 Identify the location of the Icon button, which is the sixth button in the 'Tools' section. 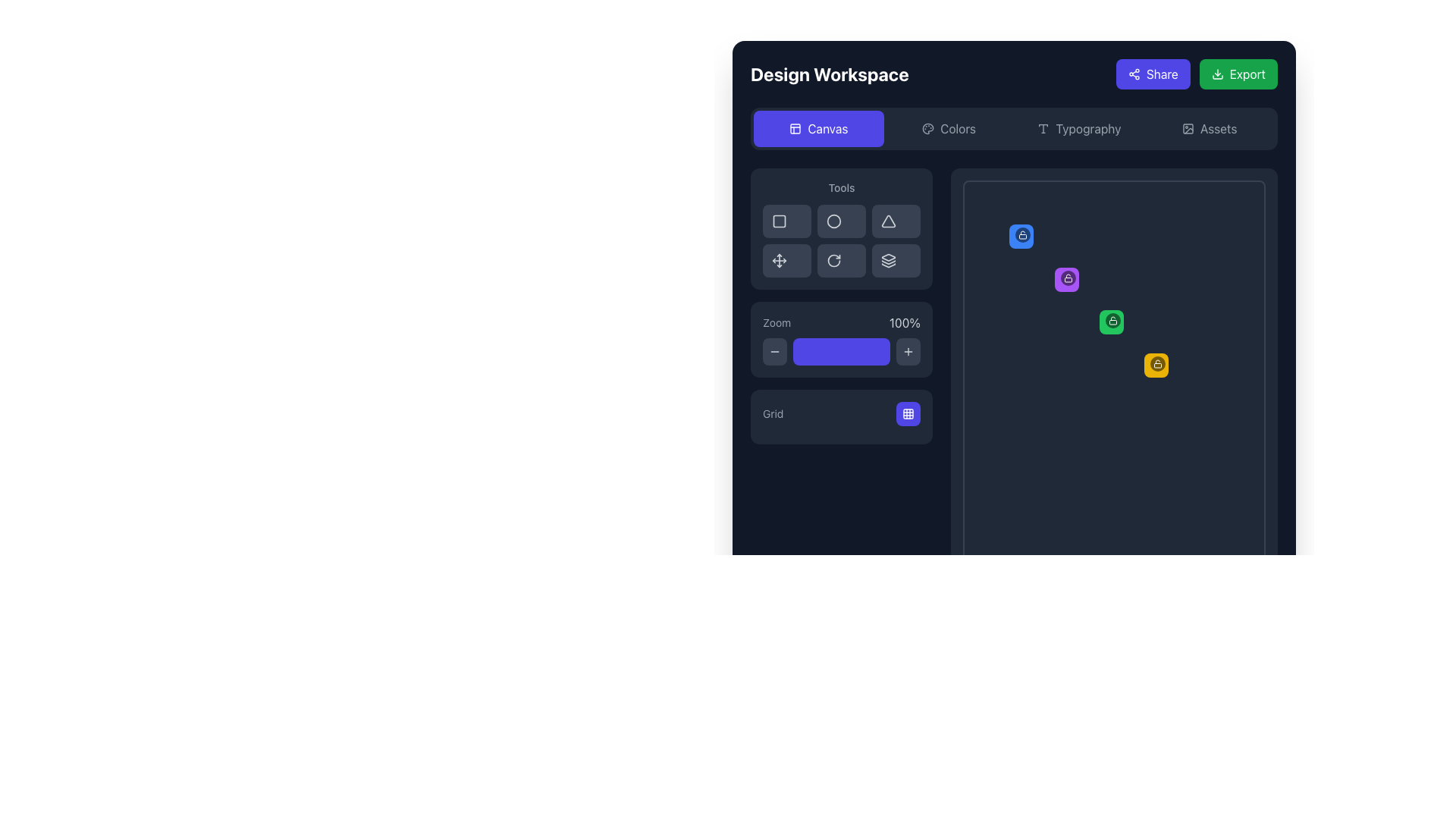
(888, 259).